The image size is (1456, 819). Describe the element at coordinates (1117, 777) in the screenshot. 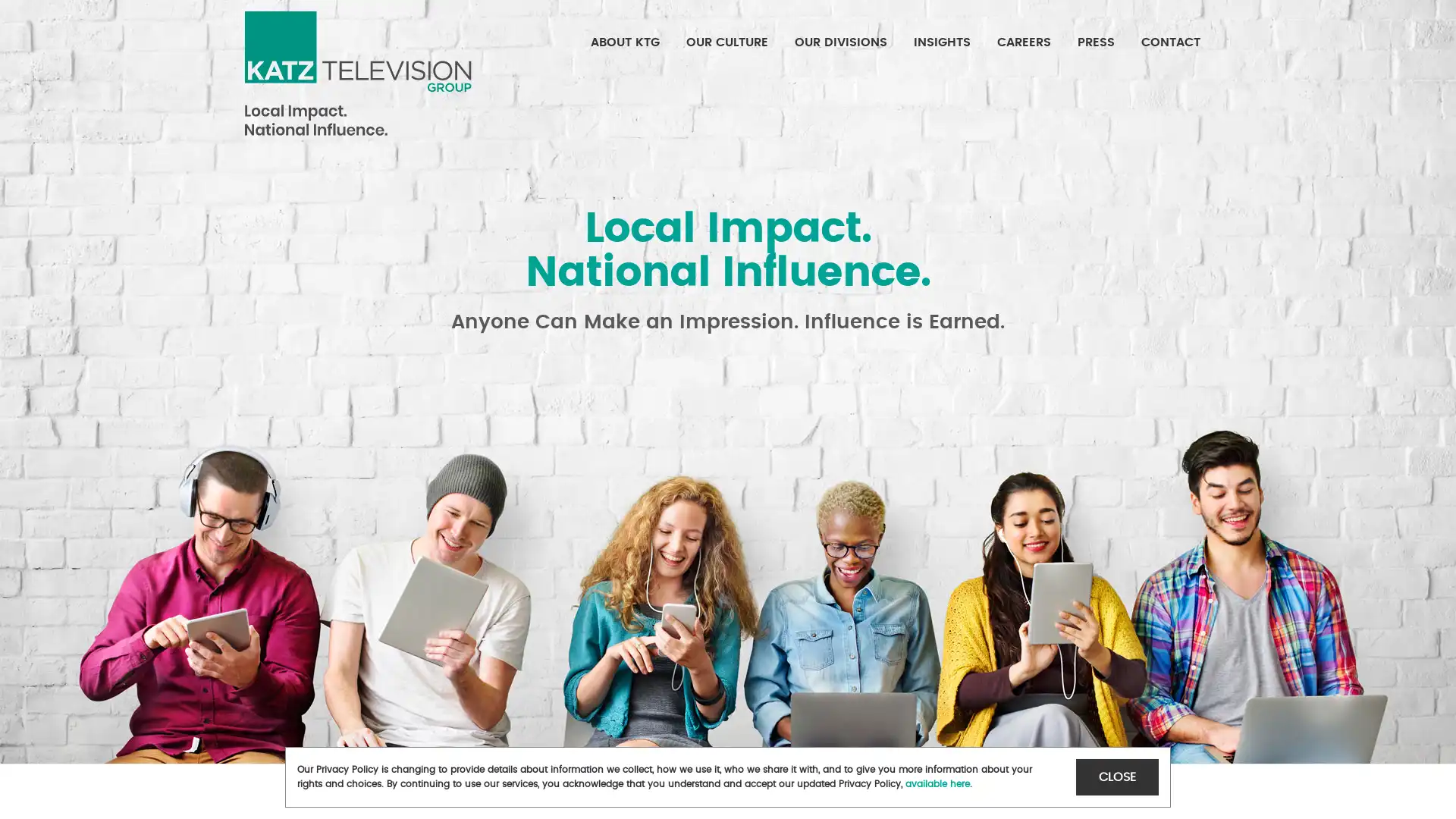

I see `CLOSE` at that location.